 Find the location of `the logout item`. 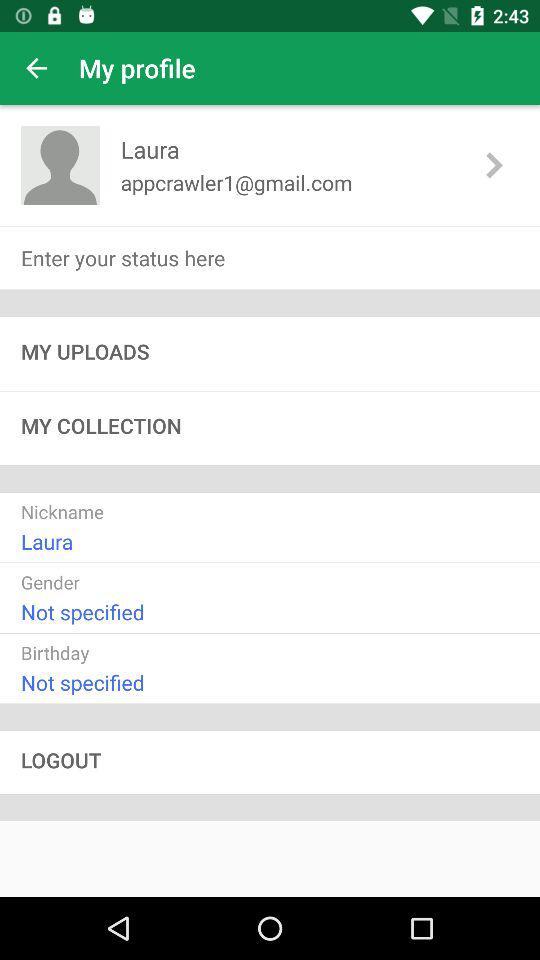

the logout item is located at coordinates (270, 761).